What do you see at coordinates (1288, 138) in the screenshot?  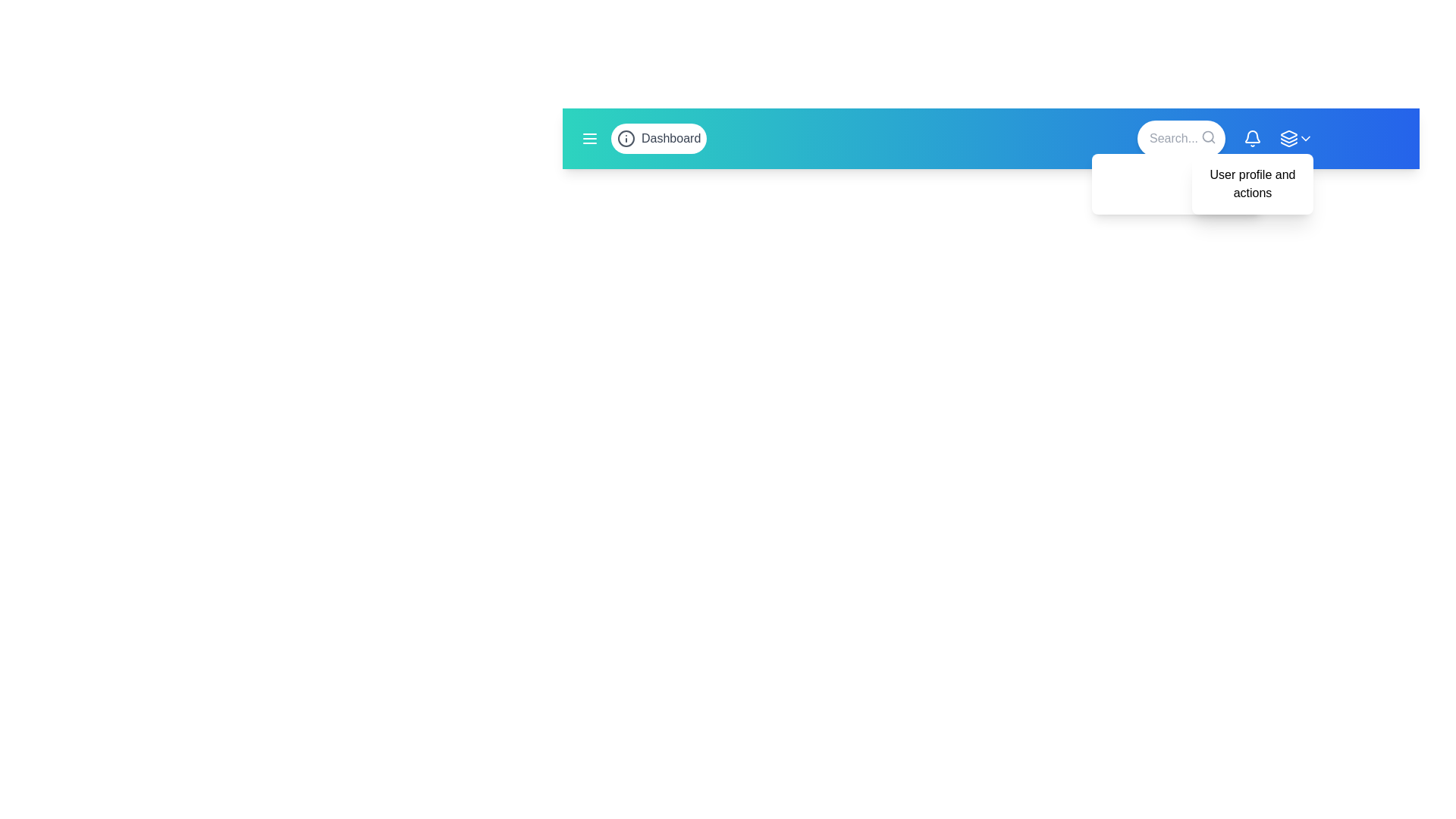 I see `the SVG graphic icon associated with layers or stack-based operations located towards the far right of the top navigation bar, specifically the second icon from the right` at bounding box center [1288, 138].